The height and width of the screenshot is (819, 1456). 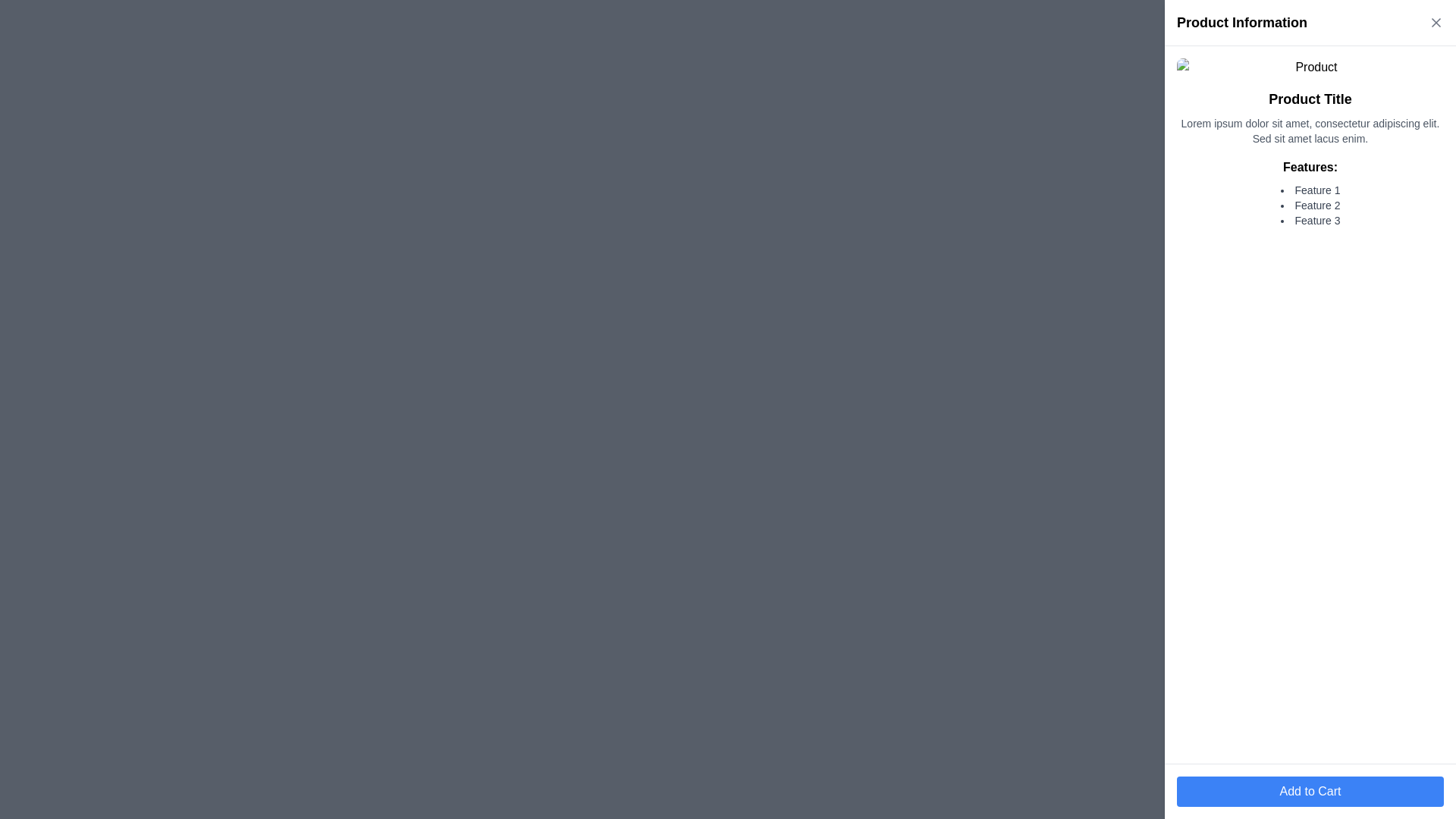 I want to click on the close button located in the top-right corner of the 'Product Information' panel, so click(x=1436, y=23).